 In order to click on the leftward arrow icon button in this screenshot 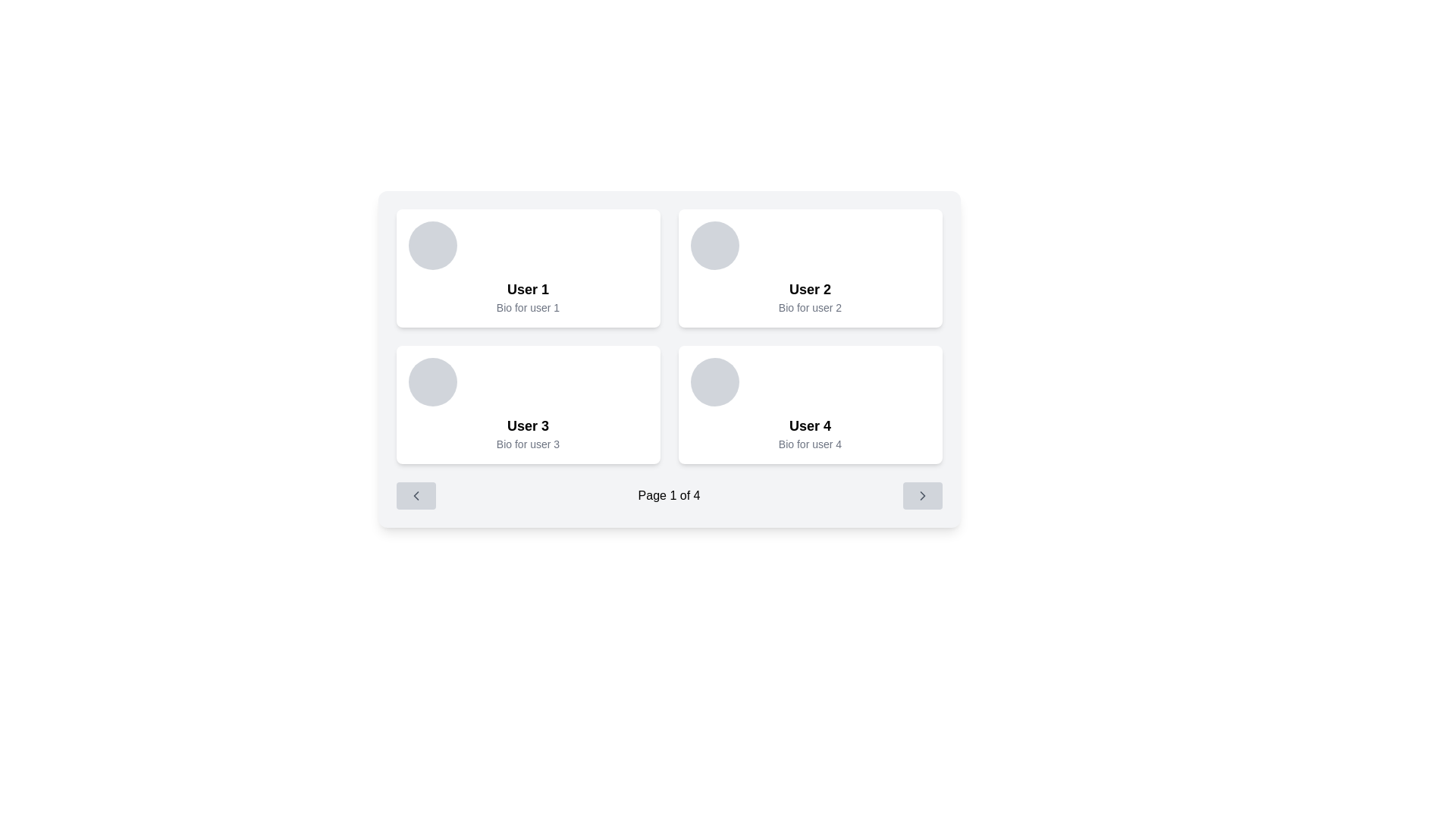, I will do `click(416, 496)`.